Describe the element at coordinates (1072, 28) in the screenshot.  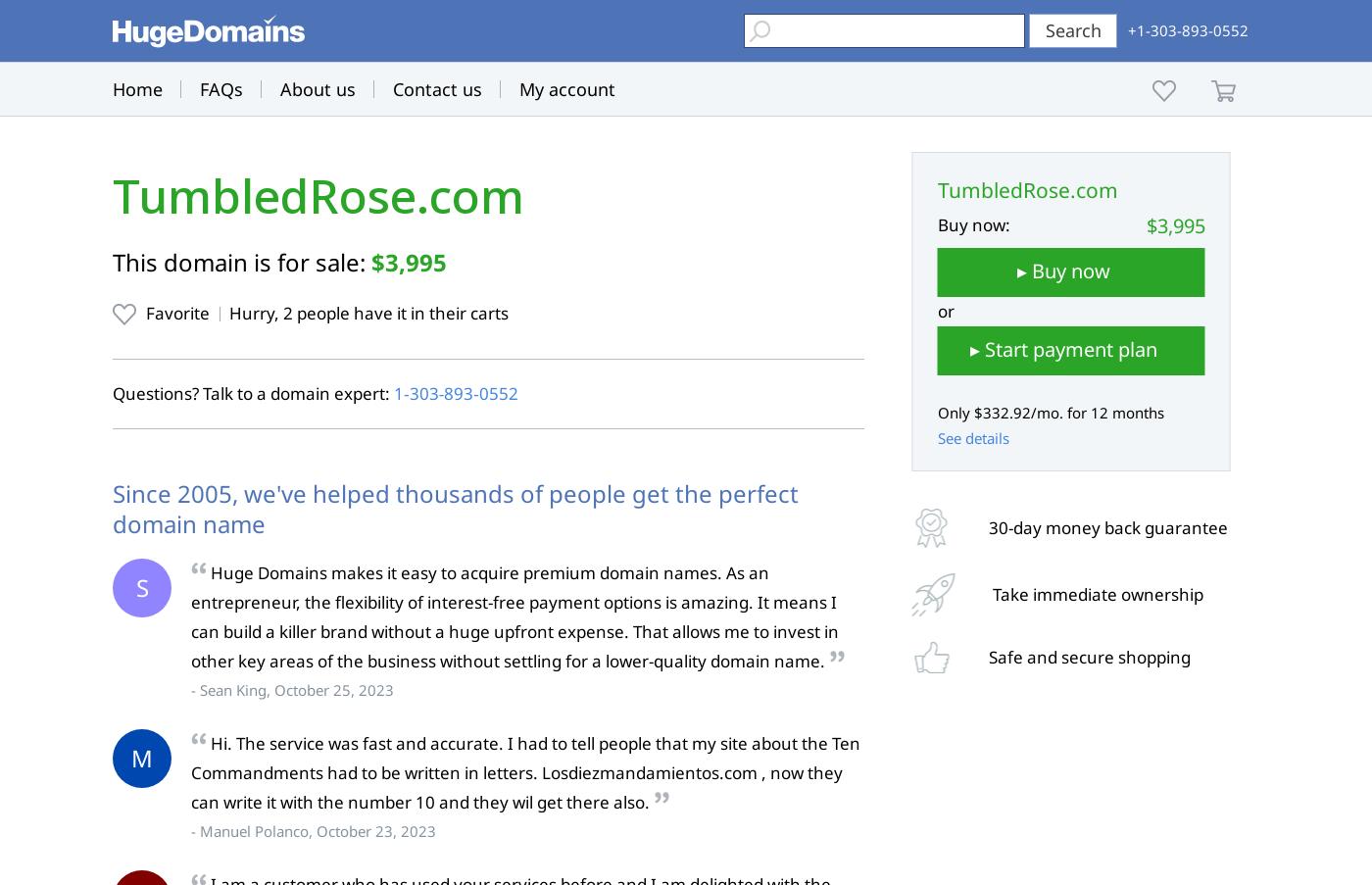
I see `'Search'` at that location.